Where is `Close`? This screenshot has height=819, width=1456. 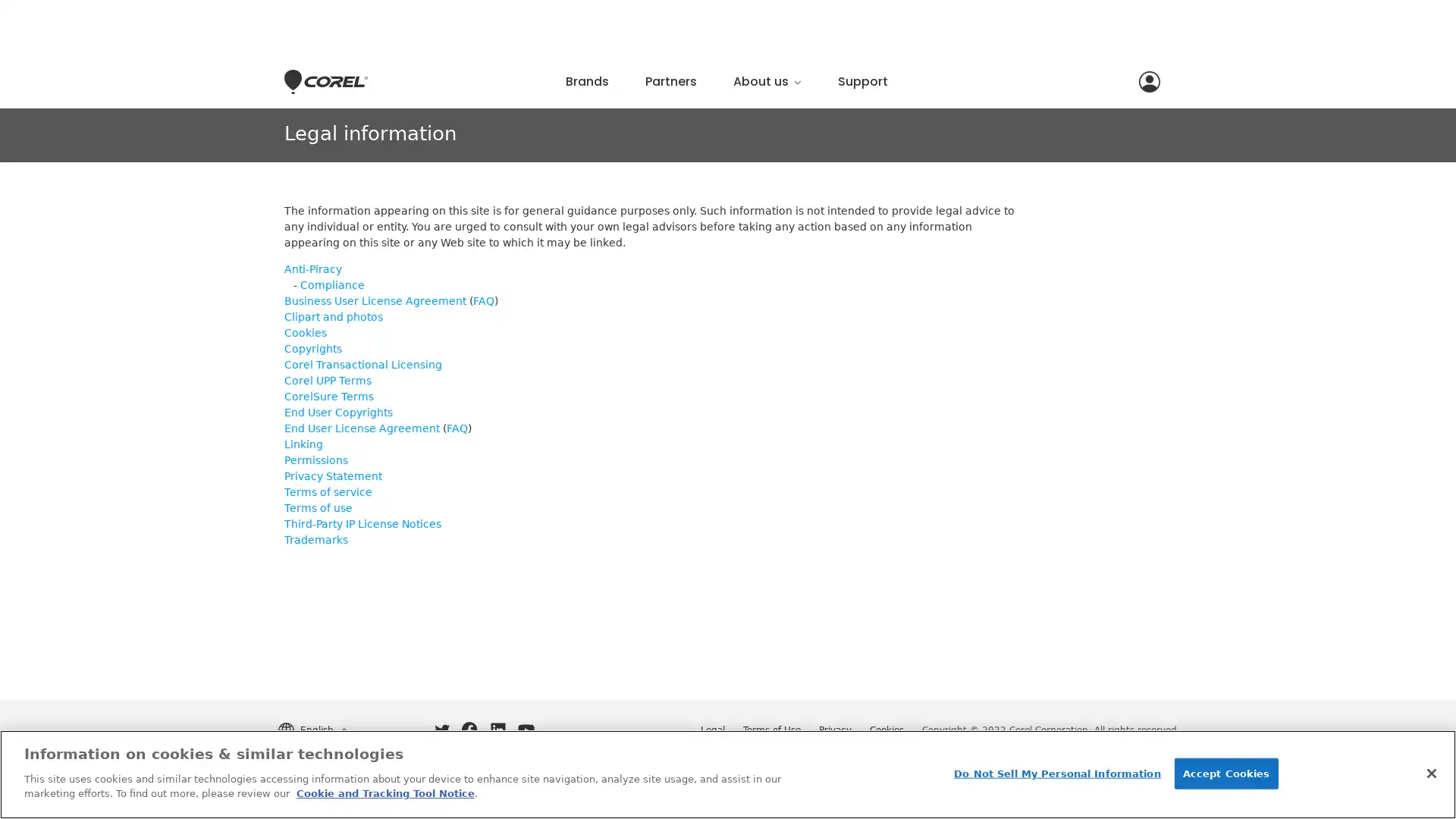
Close is located at coordinates (918, 20).